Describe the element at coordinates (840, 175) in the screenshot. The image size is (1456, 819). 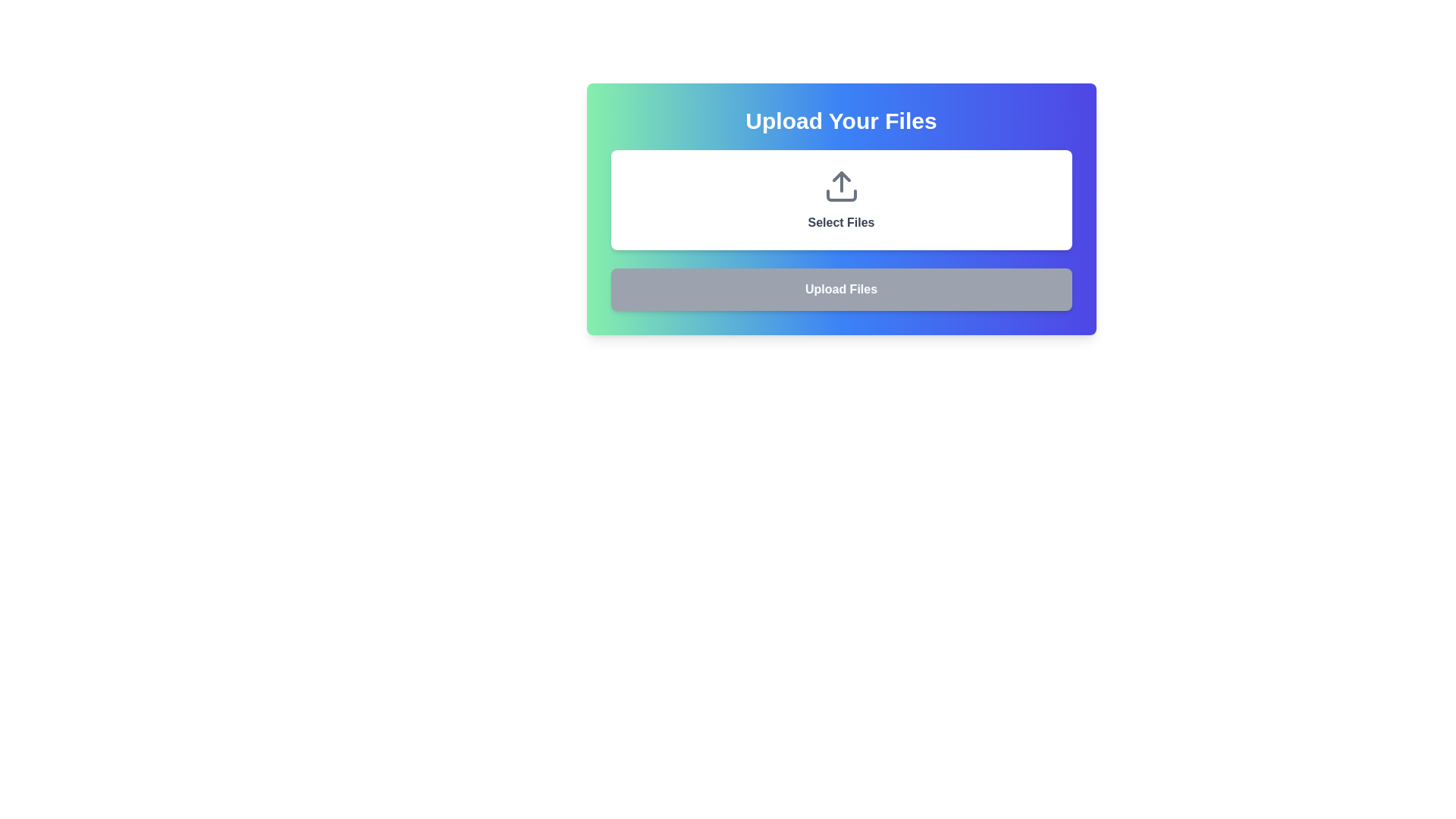
I see `the upload icon graphical component located at the top-center of the 'Upload Your Files' card interface` at that location.